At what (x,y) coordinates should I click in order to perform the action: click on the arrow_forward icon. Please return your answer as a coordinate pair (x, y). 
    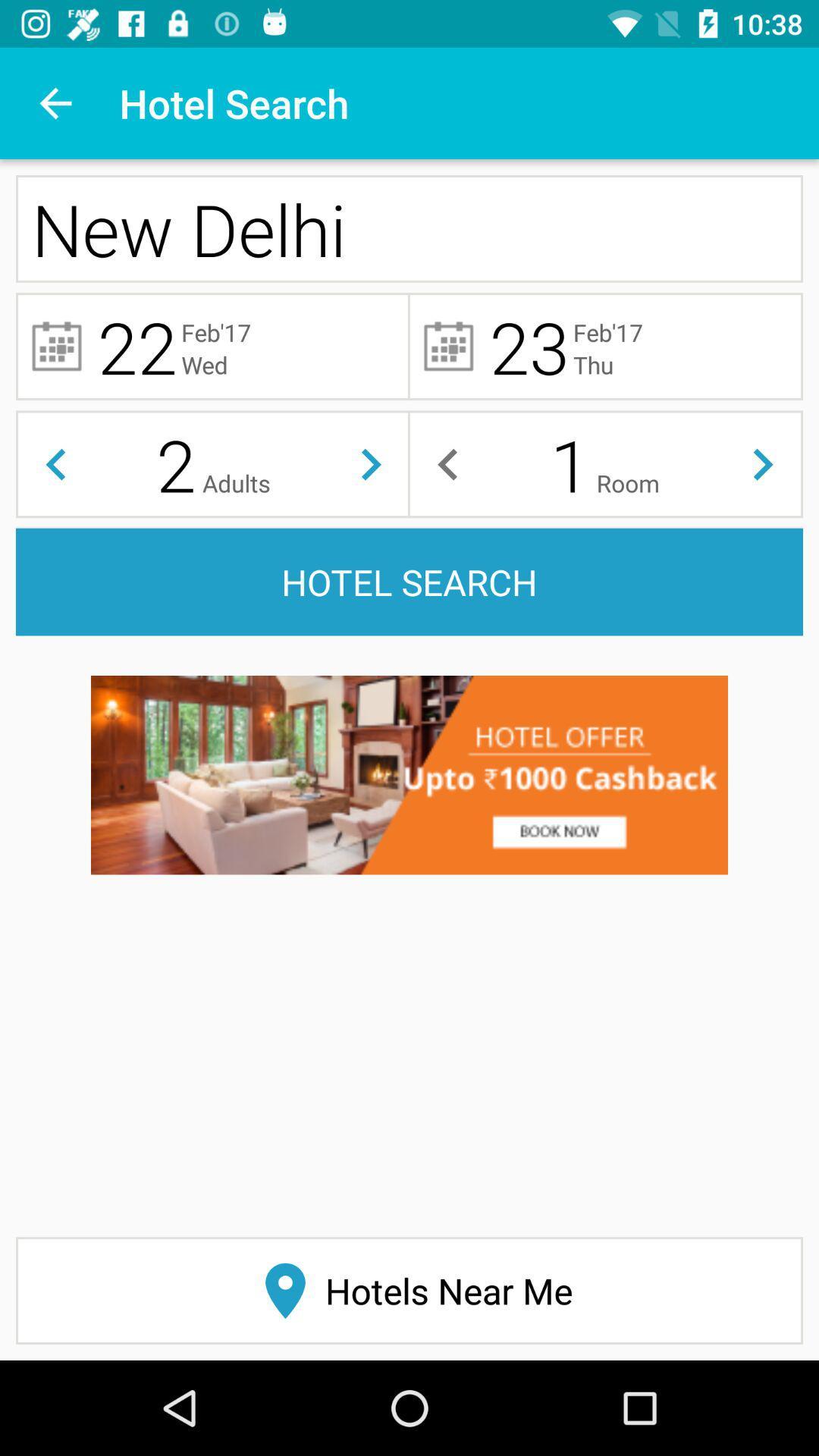
    Looking at the image, I should click on (371, 463).